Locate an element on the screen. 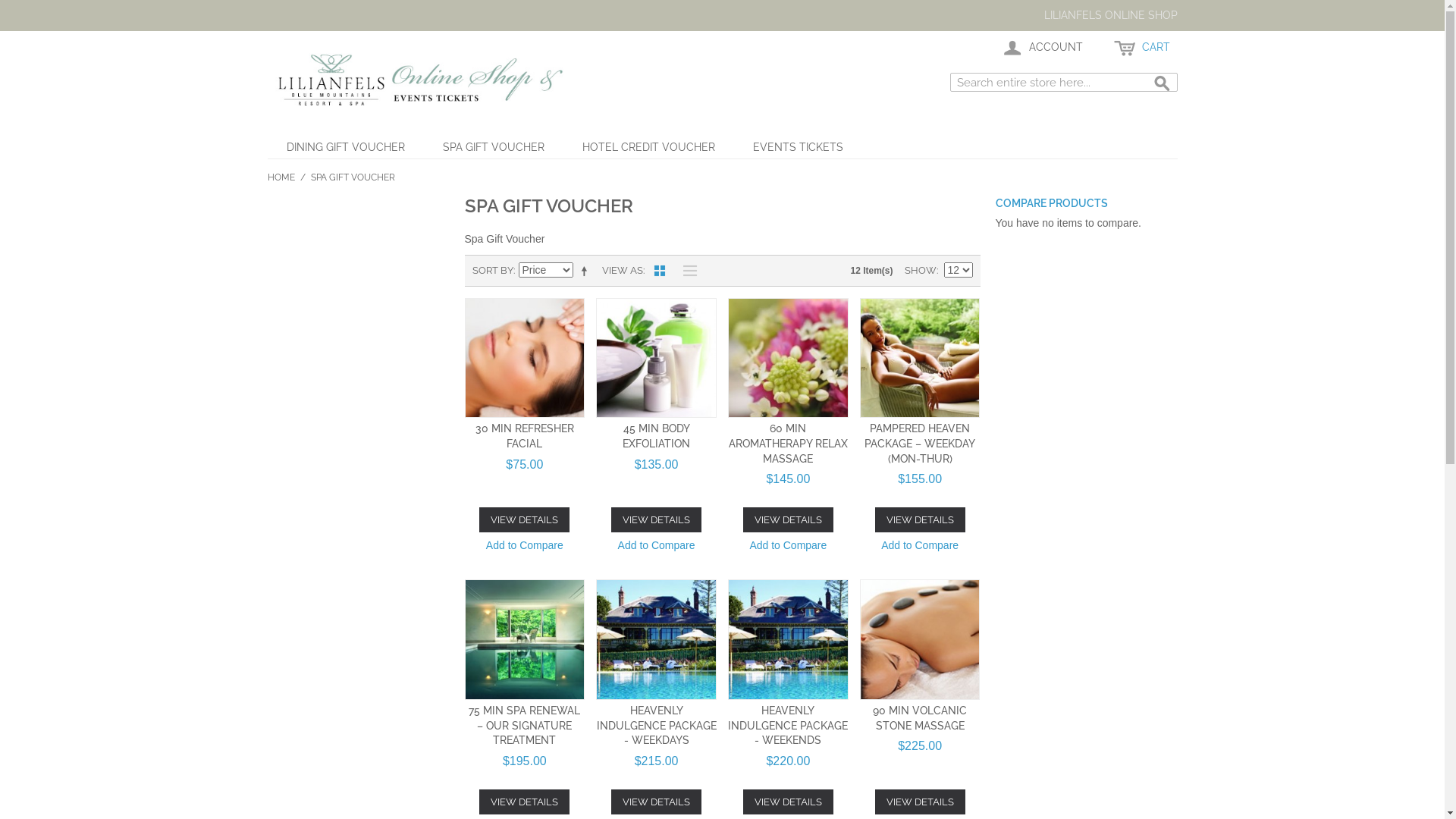 The image size is (1456, 819). 'SPA GIFT VOUCHER' is located at coordinates (422, 146).